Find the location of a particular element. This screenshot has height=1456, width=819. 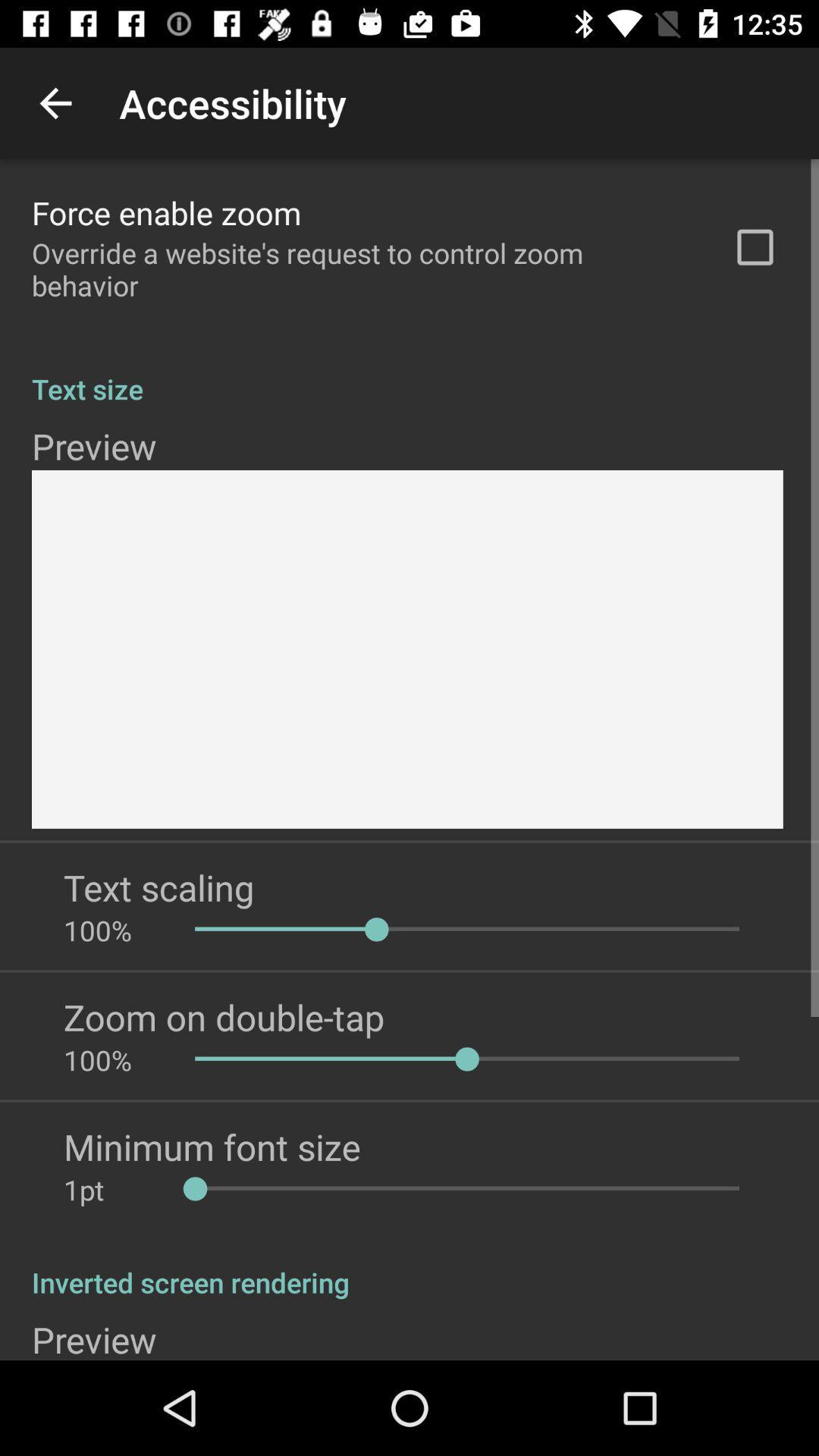

the app to the right of override a website icon is located at coordinates (755, 247).